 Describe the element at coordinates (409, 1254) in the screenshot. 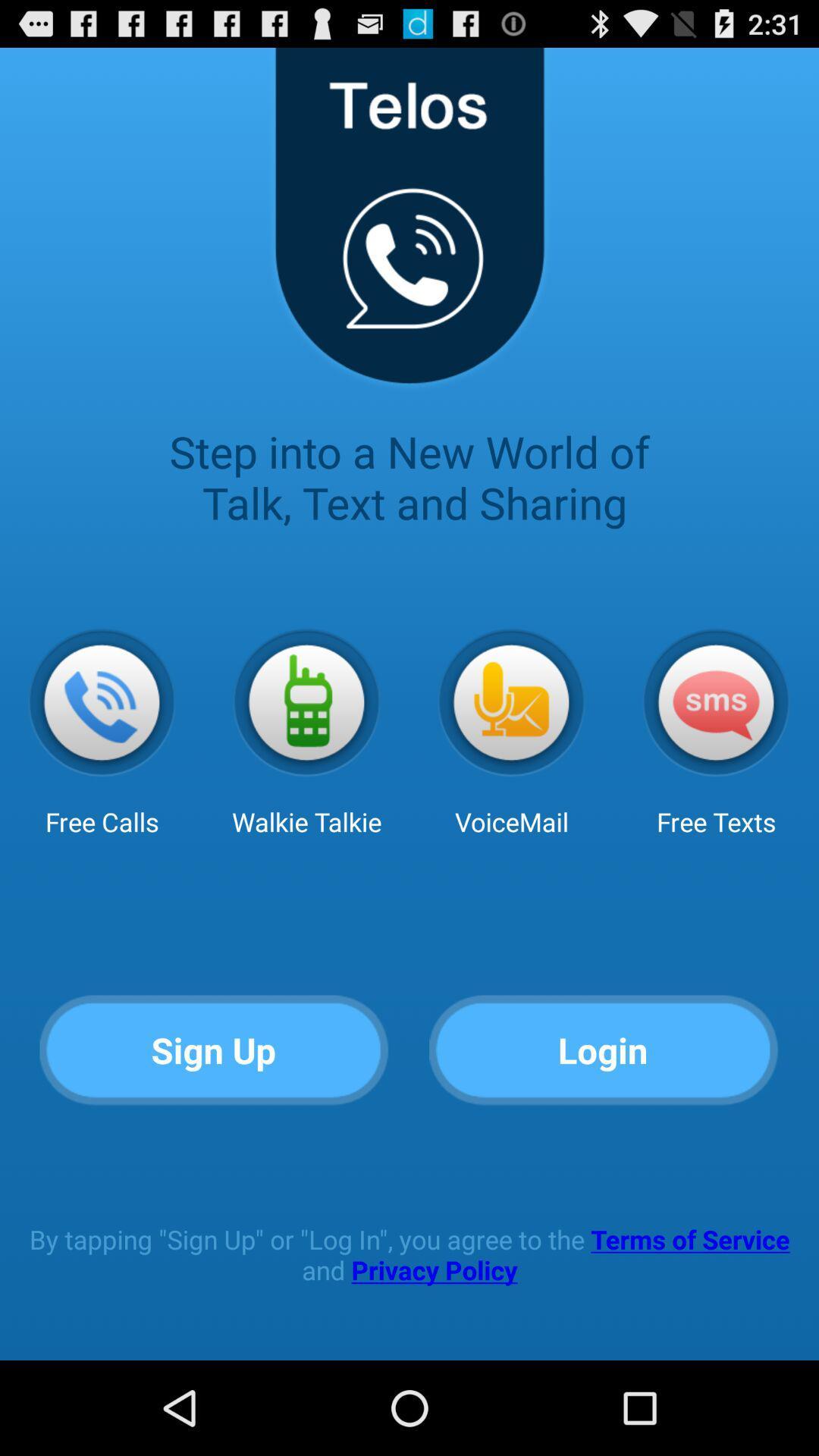

I see `icon at the bottom` at that location.